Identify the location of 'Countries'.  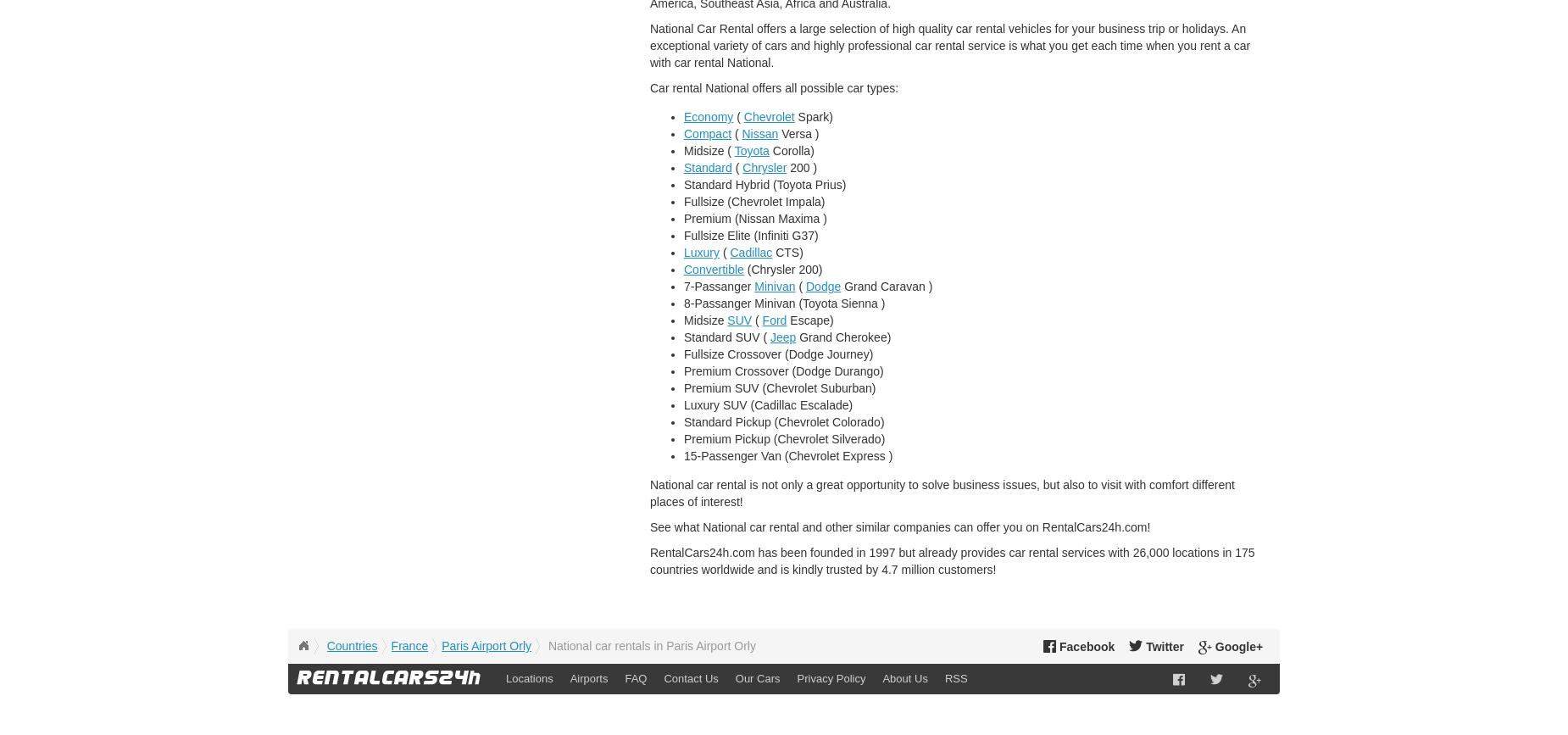
(350, 645).